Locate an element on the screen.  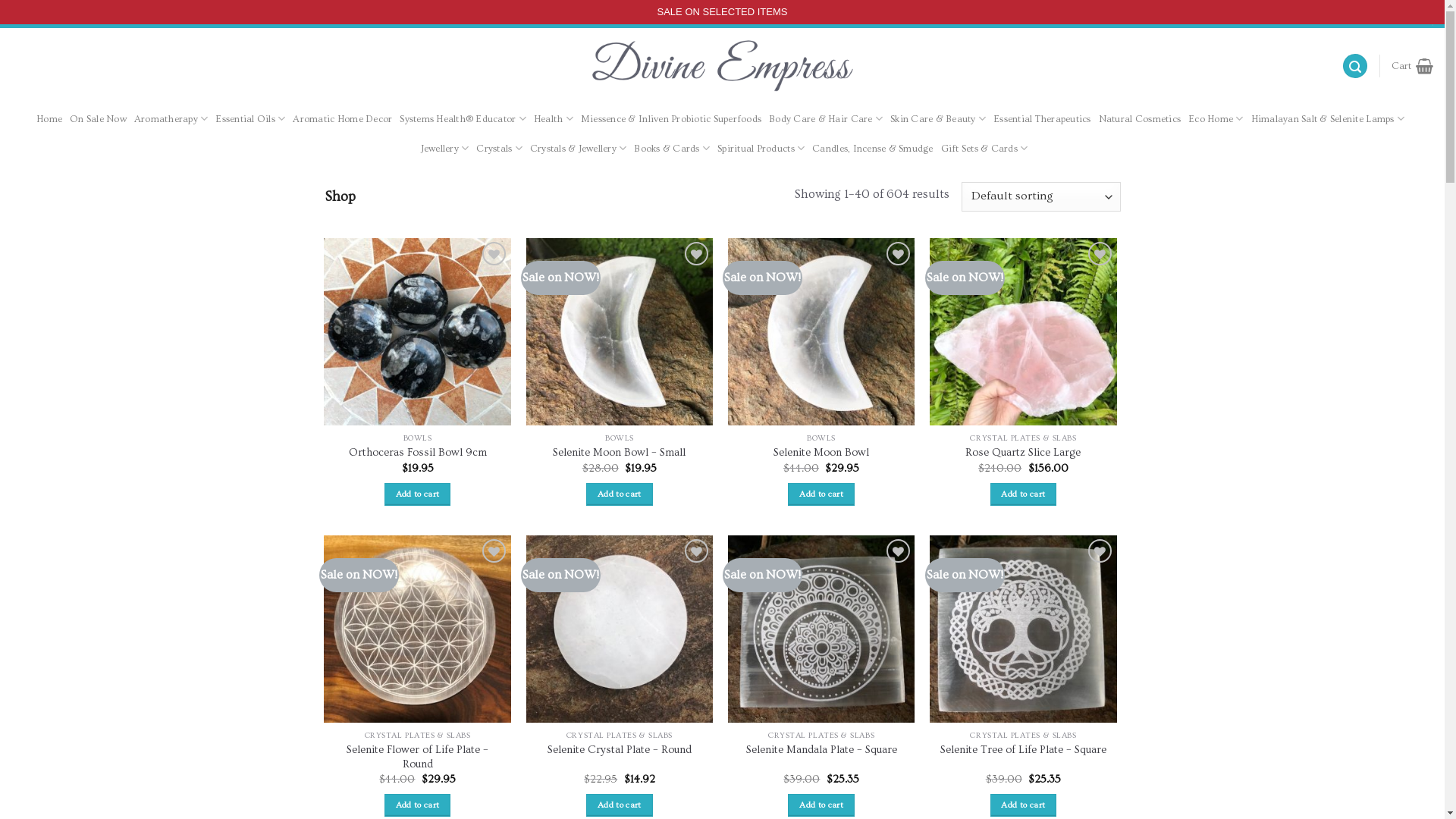
'Orthoceras Fossil Bowl 9cm' is located at coordinates (348, 452).